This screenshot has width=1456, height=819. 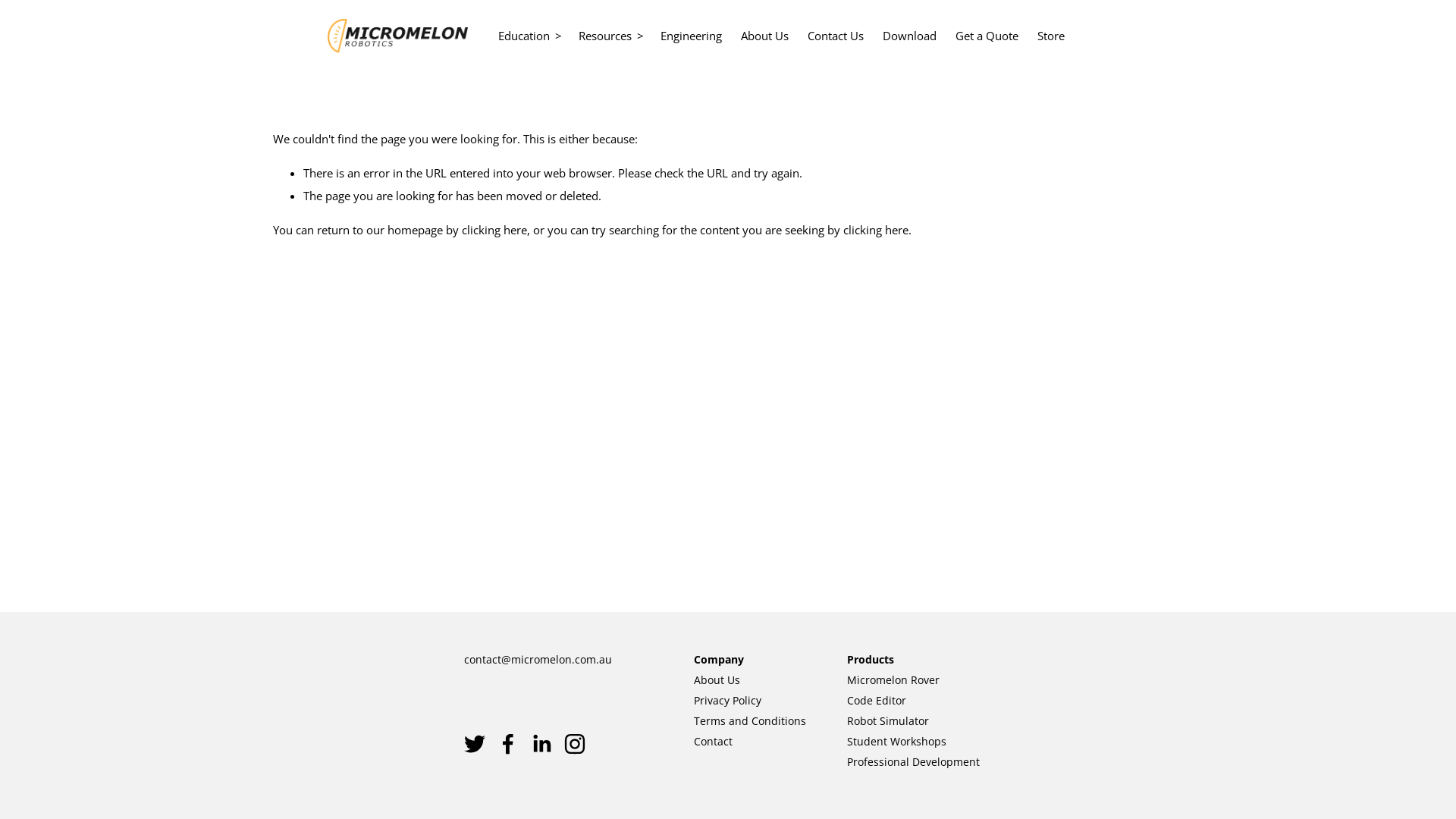 I want to click on 'About Us', so click(x=764, y=35).